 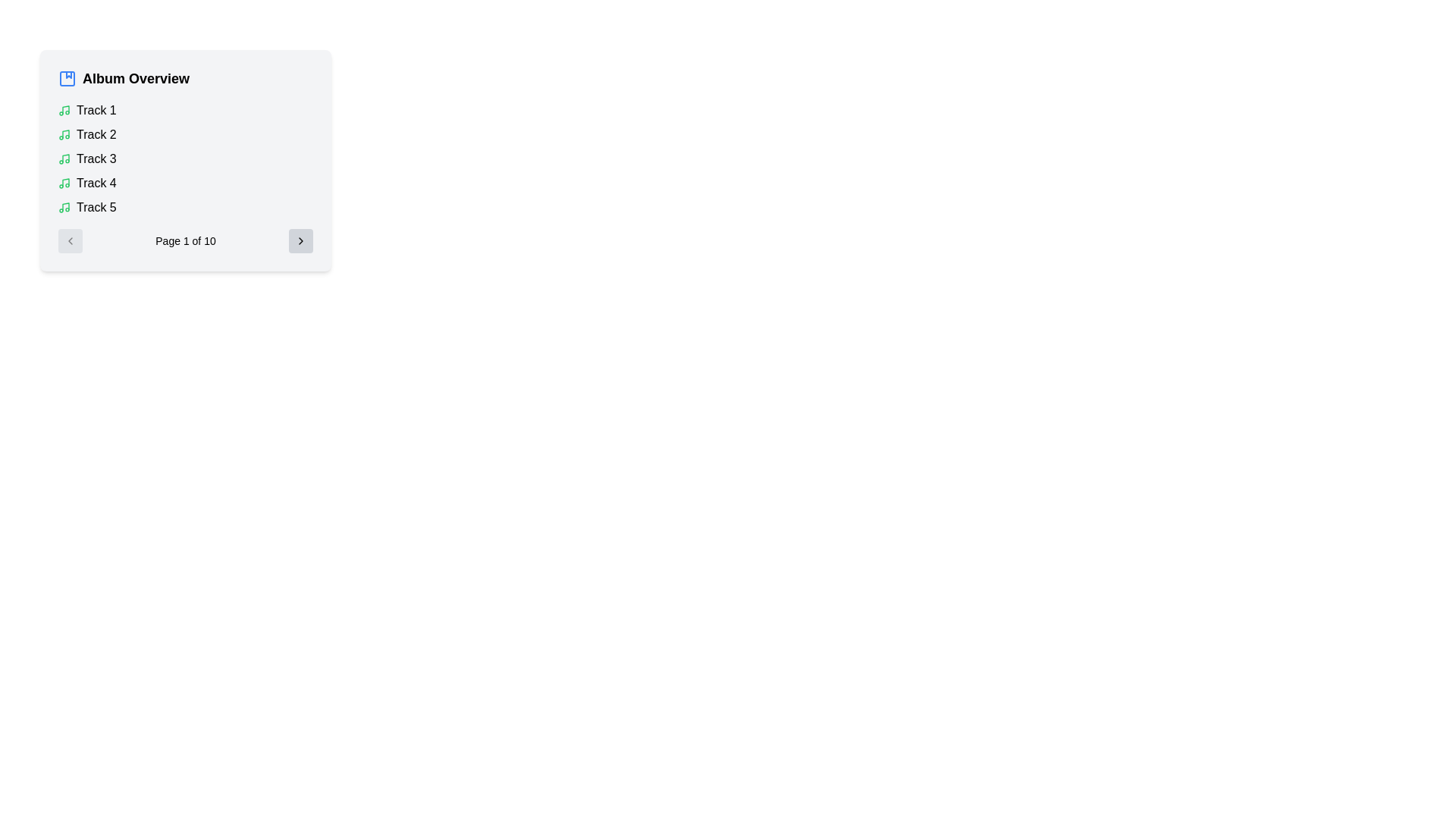 I want to click on the Icon representing the musical track 'Track 4', which is located to the left of the text in the fourth row of the album track list, so click(x=64, y=183).